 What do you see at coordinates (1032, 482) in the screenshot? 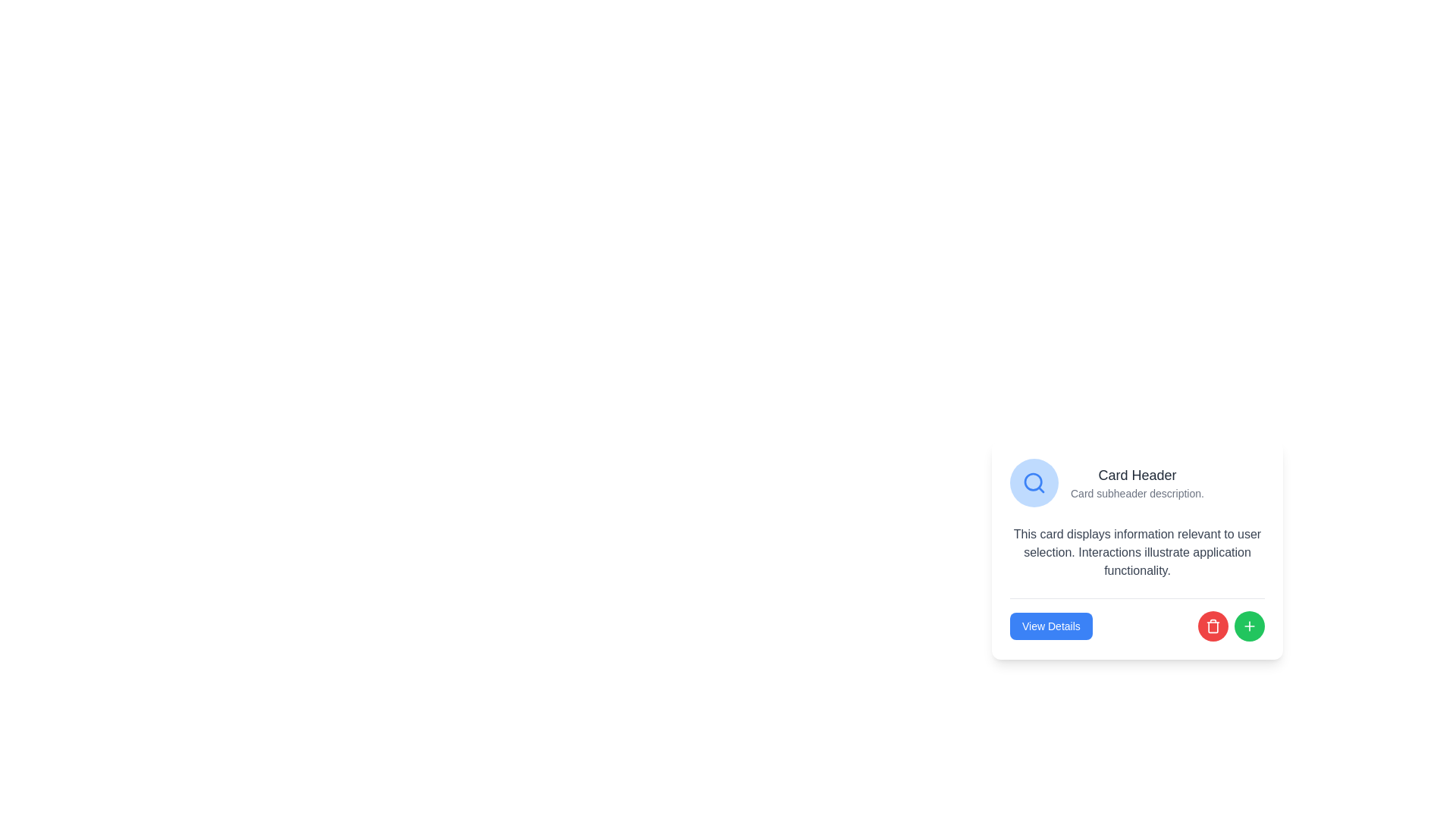
I see `the decorative vector element of the magnifying glass icon, located at the center of the icon within the card component` at bounding box center [1032, 482].